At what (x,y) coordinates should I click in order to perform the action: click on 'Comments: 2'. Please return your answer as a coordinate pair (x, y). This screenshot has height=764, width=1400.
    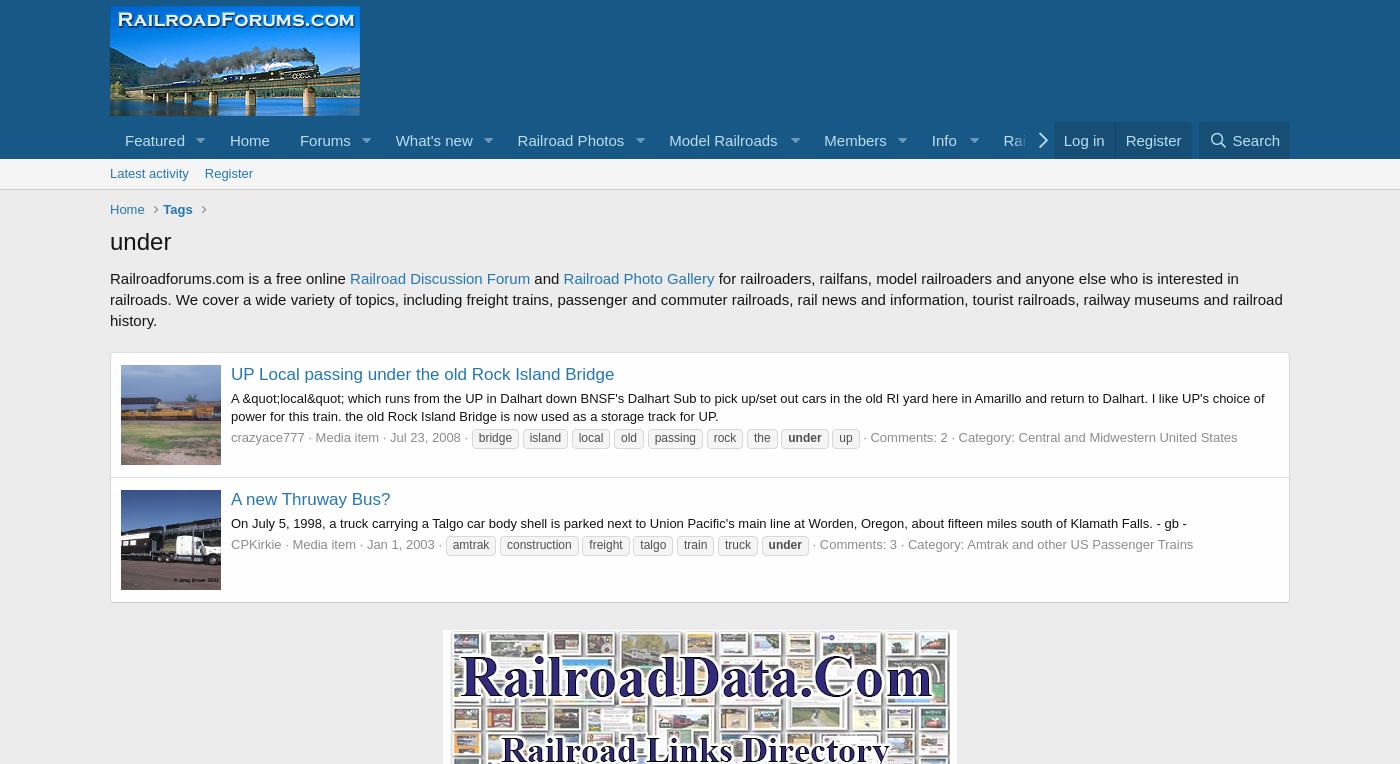
    Looking at the image, I should click on (908, 437).